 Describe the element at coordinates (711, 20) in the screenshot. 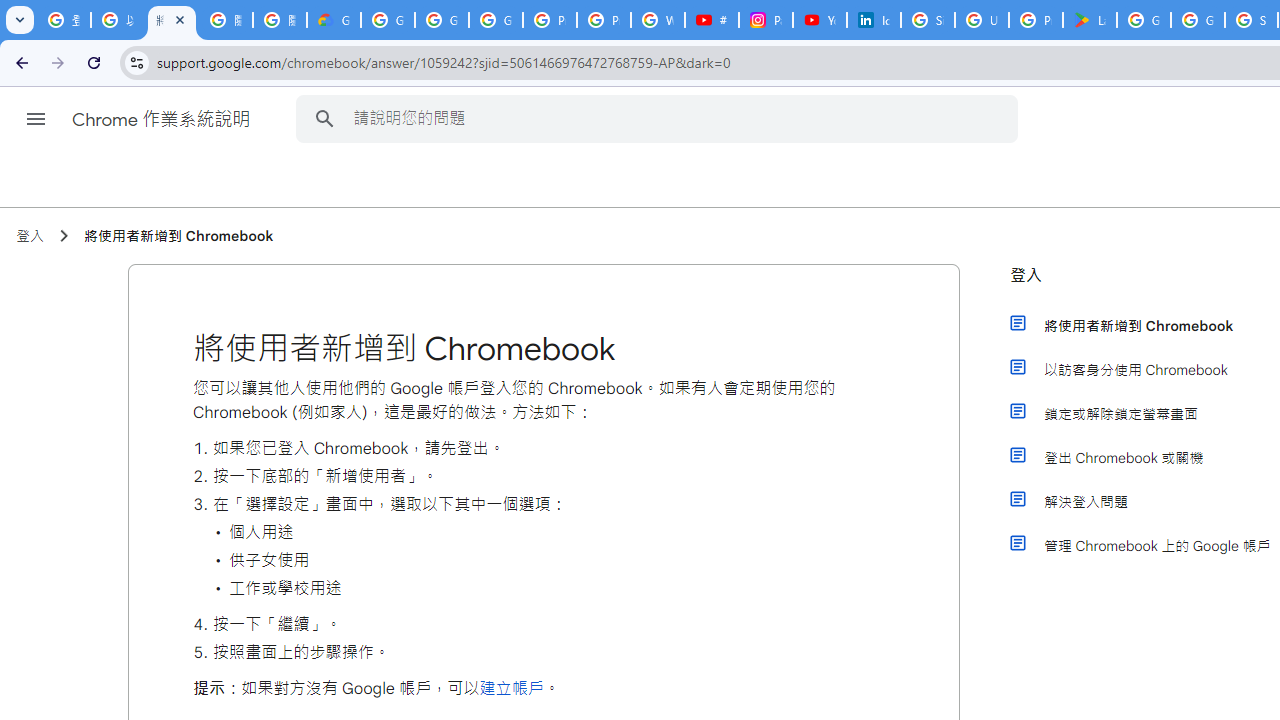

I see `'#nbabasketballhighlights - YouTube'` at that location.